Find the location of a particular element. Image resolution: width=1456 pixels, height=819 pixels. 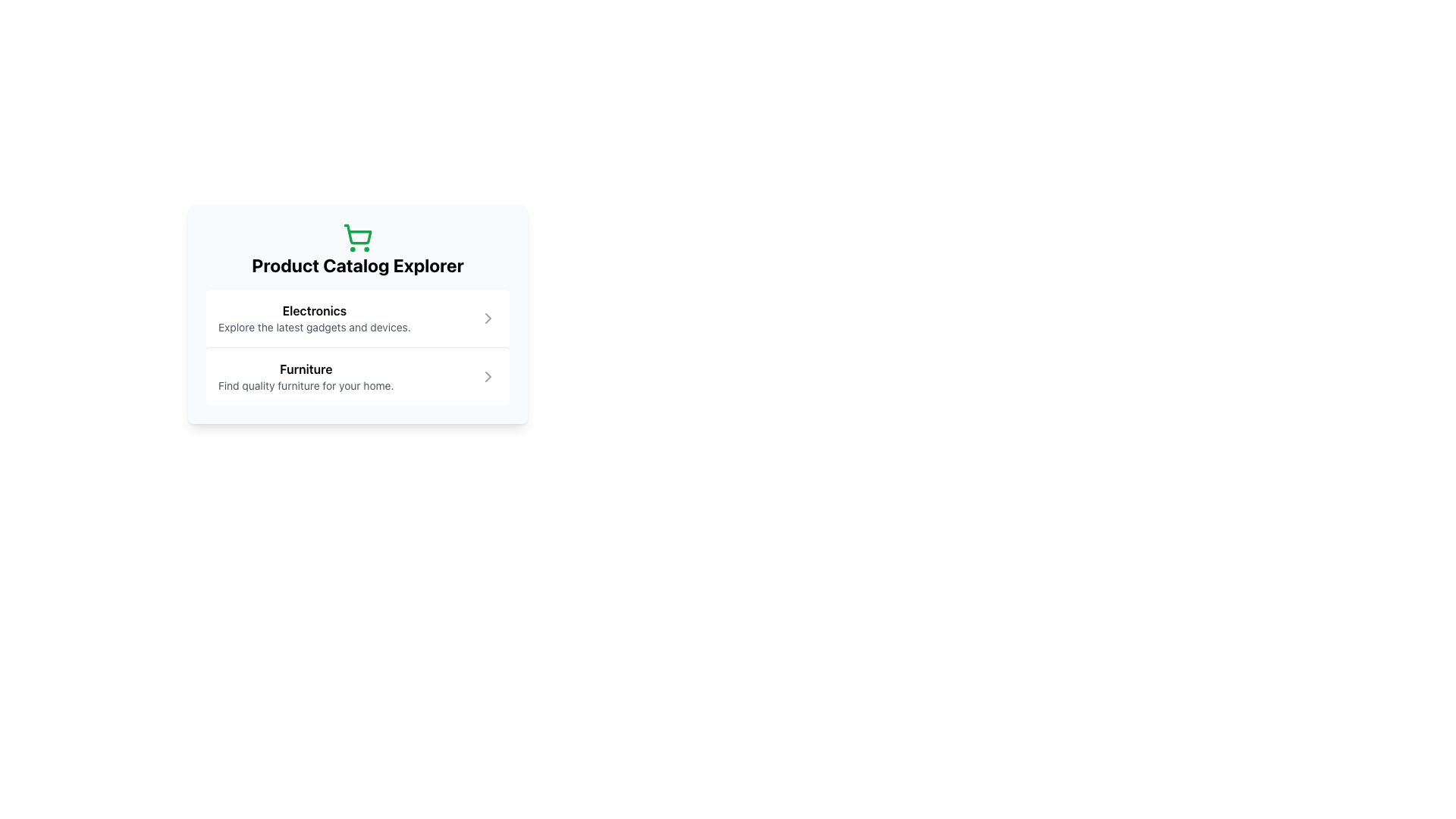

the second selectable list item in the 'Product Catalog Explorer' is located at coordinates (356, 375).